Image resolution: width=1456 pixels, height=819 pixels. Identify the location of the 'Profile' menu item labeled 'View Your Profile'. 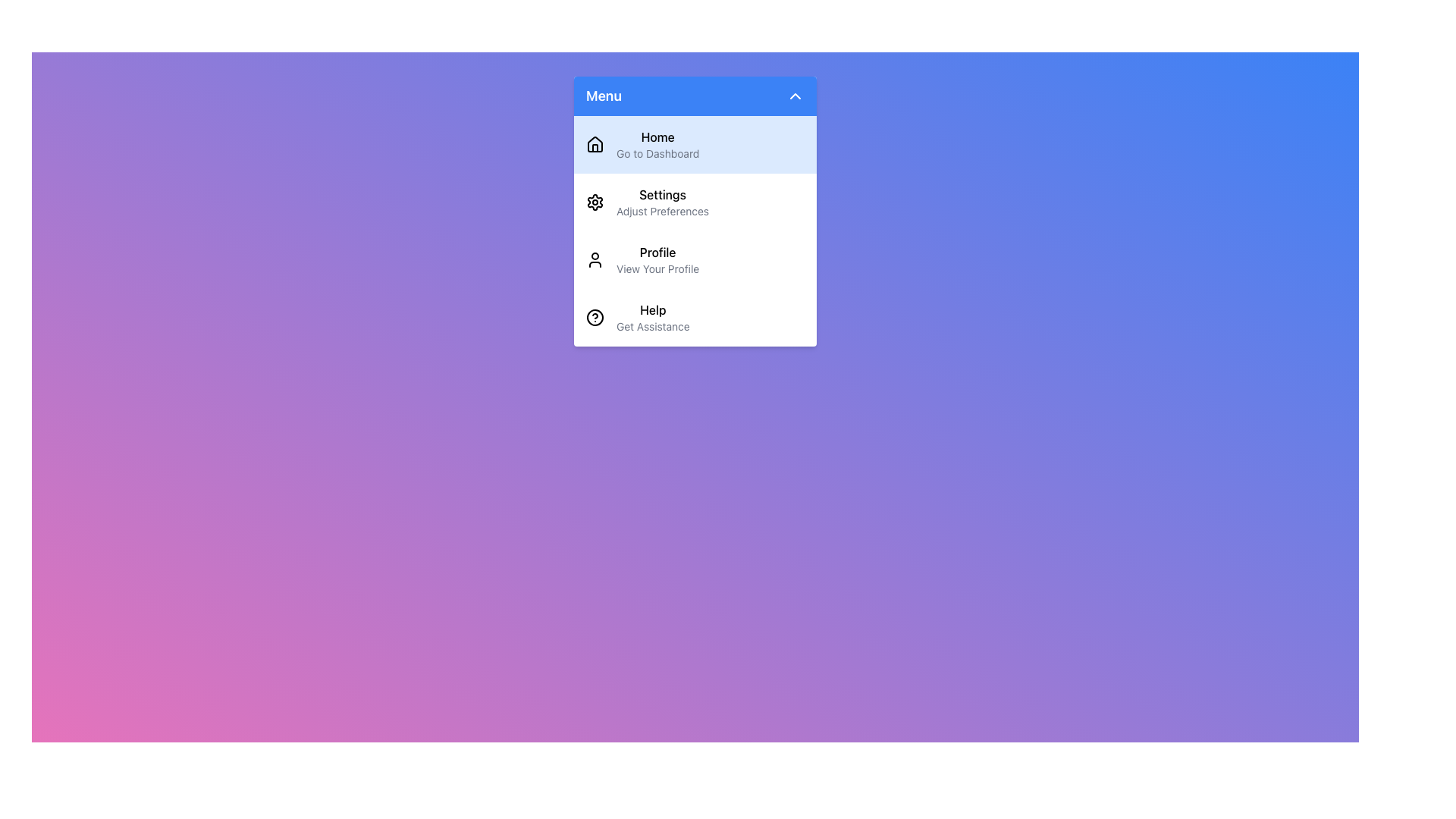
(657, 259).